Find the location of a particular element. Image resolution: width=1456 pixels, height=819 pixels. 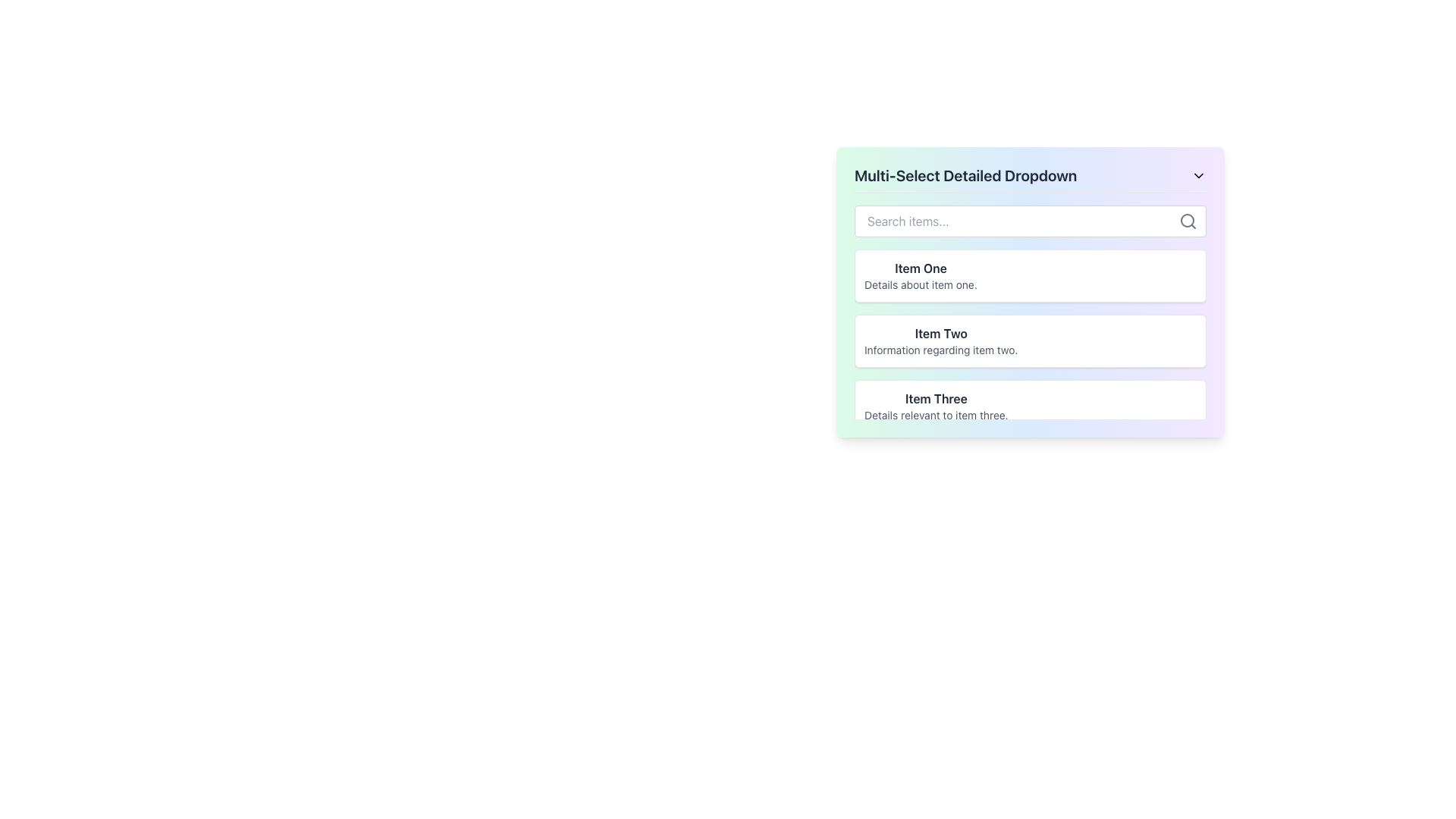

the List Item titled 'Item Three' that has a bold dark gray header and lighter gray subtext, located in the 'Multi-Select Detailed Dropdown.' is located at coordinates (935, 406).